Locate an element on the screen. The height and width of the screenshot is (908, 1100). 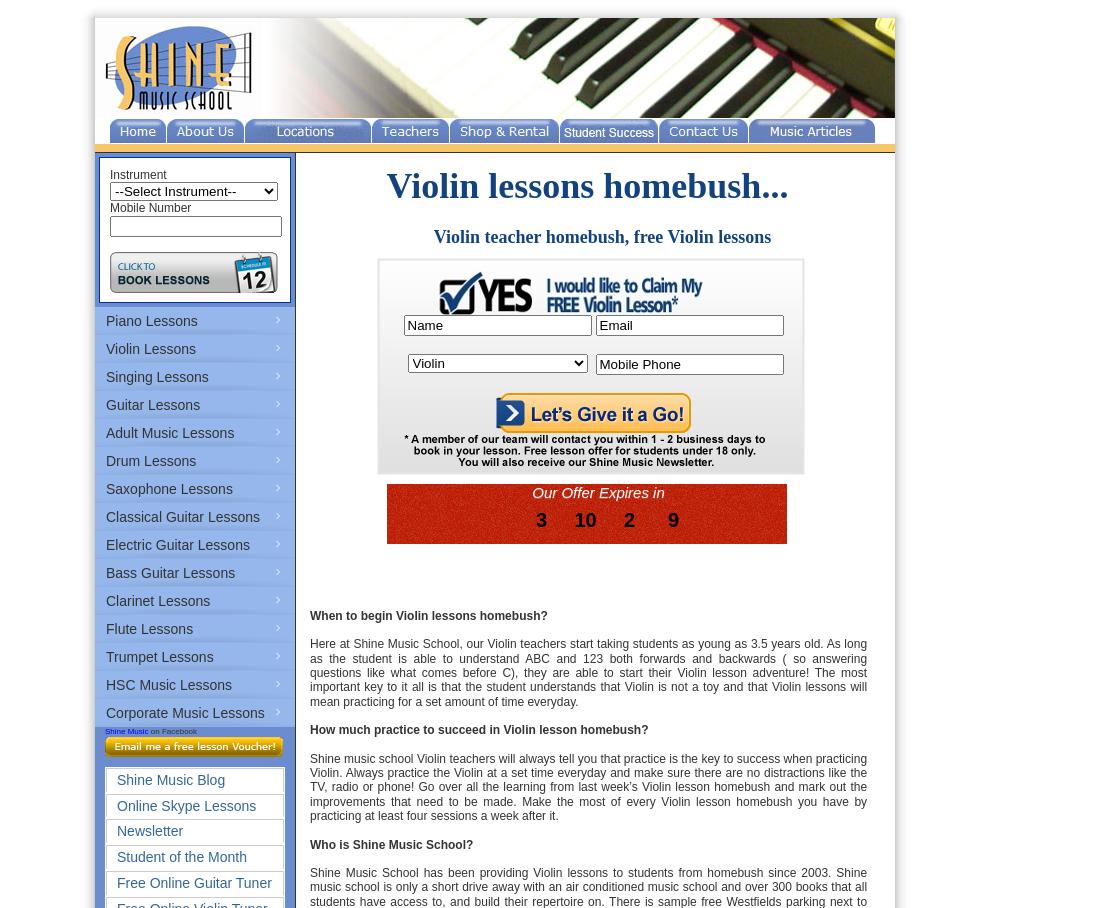
'Violin lessons homebush...' is located at coordinates (585, 184).